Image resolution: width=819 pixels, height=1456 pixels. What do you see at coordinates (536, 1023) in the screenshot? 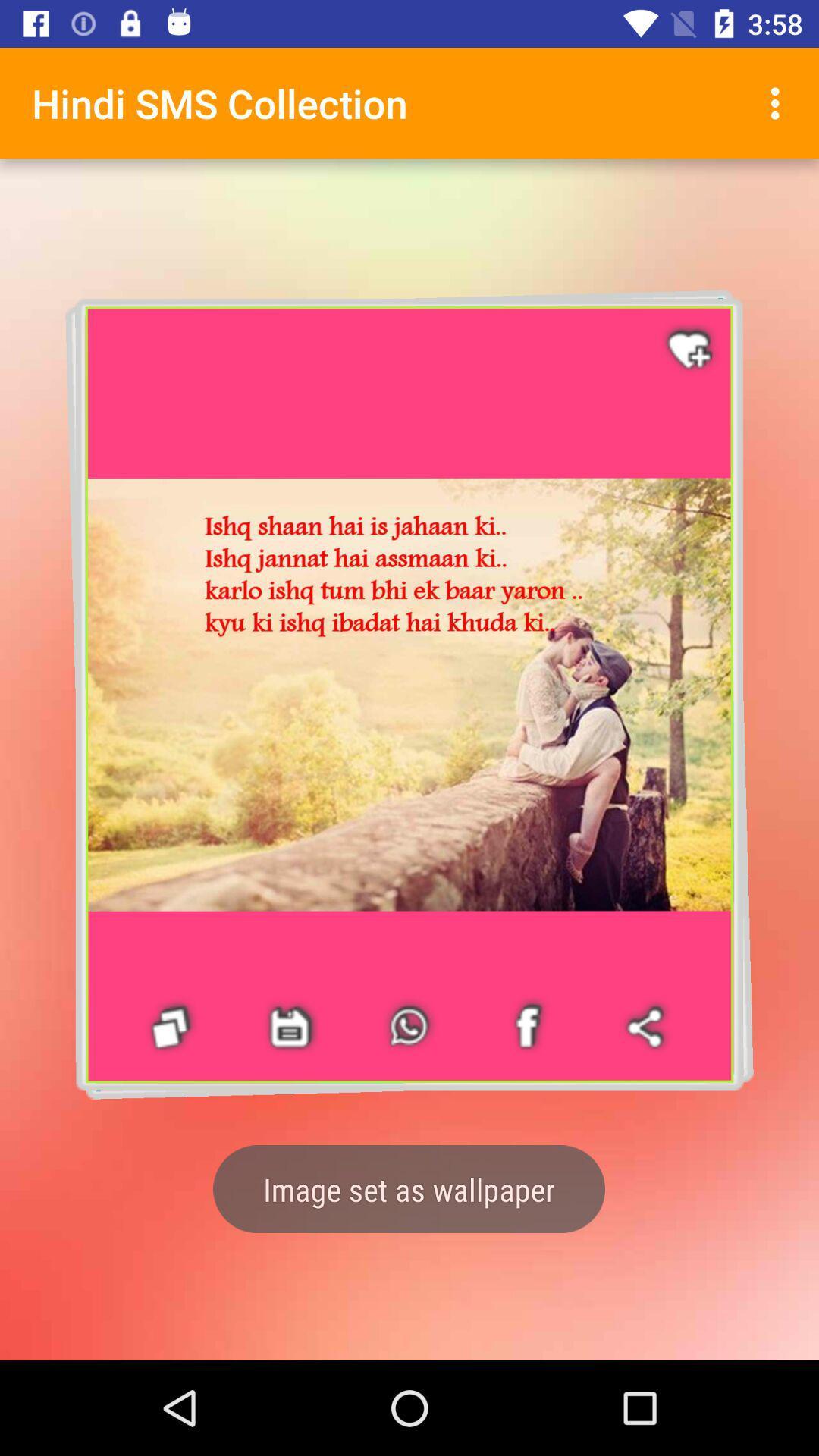
I see `the facebook icon` at bounding box center [536, 1023].